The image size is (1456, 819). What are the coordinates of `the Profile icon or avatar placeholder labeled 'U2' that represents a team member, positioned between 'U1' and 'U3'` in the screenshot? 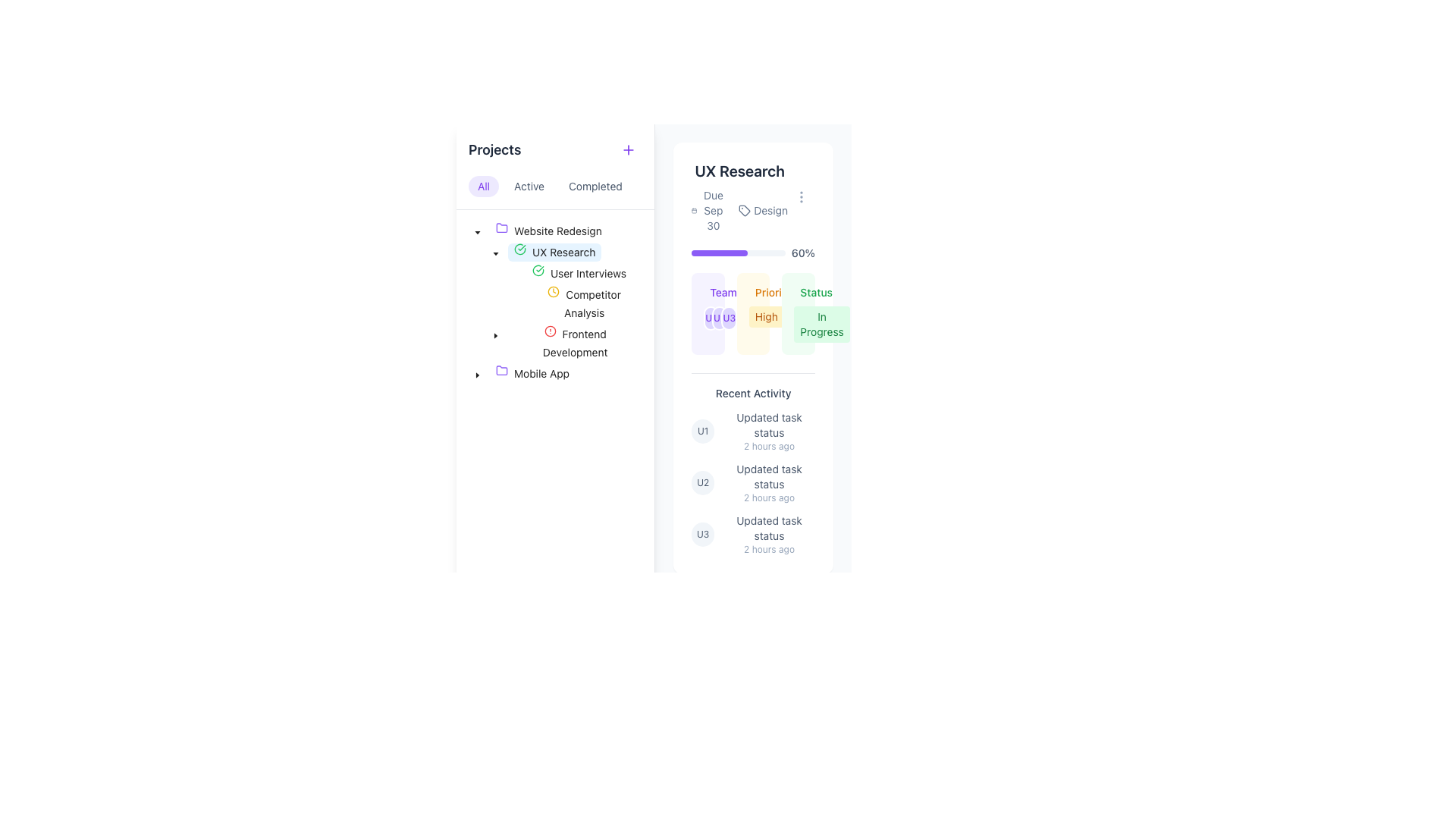 It's located at (719, 318).